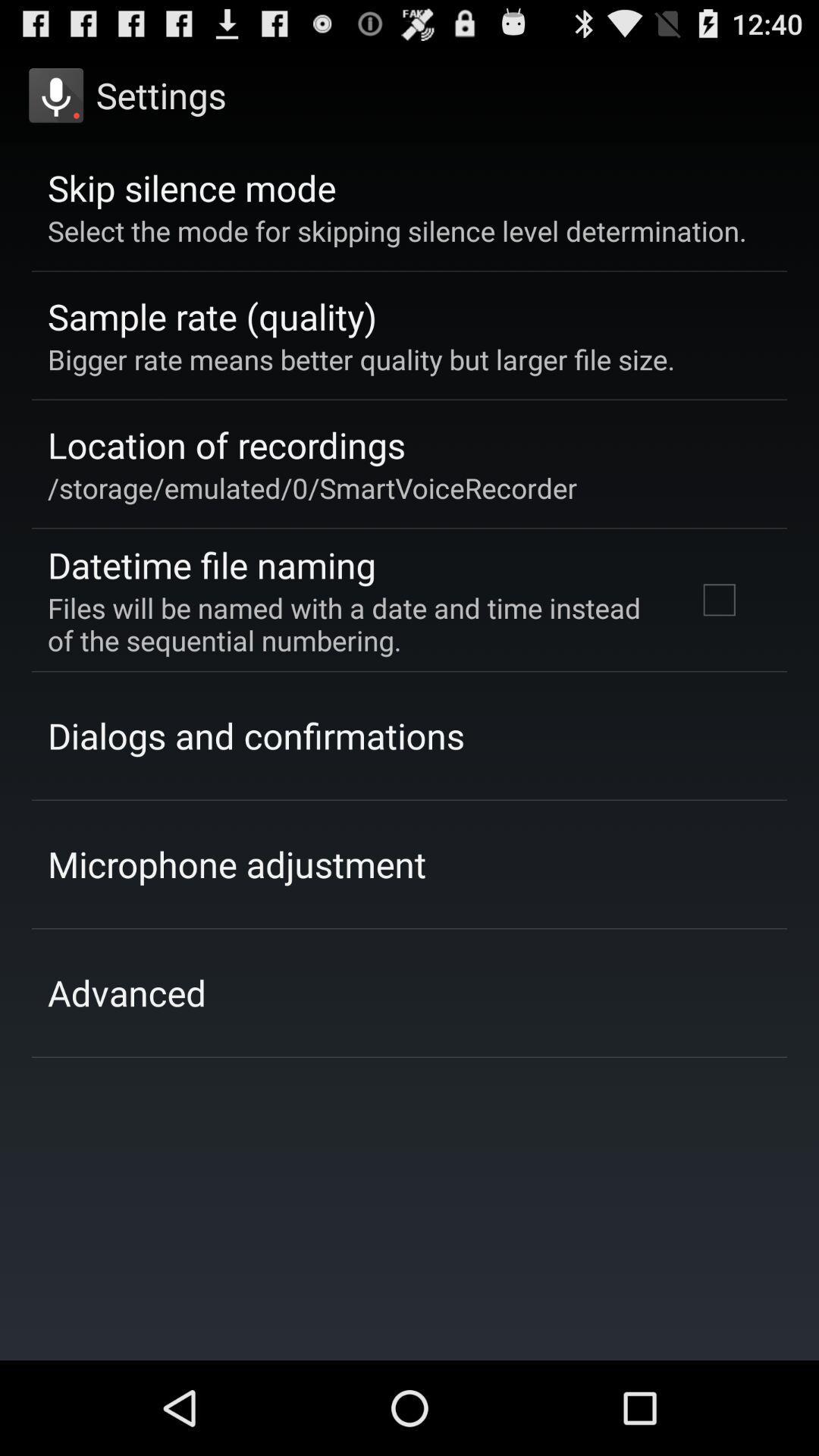 The width and height of the screenshot is (819, 1456). I want to click on icon on the right, so click(718, 599).